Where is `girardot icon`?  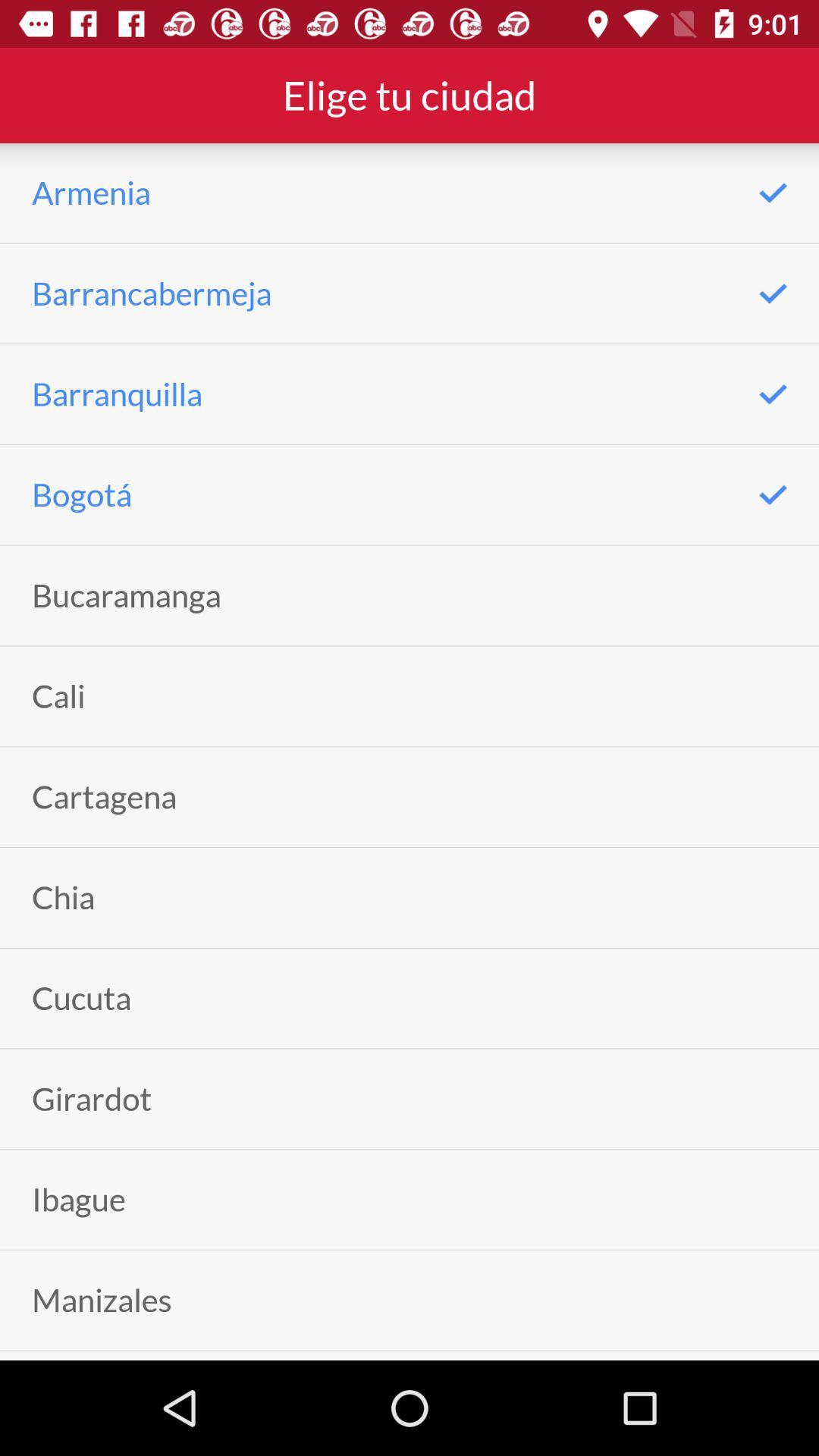 girardot icon is located at coordinates (92, 1099).